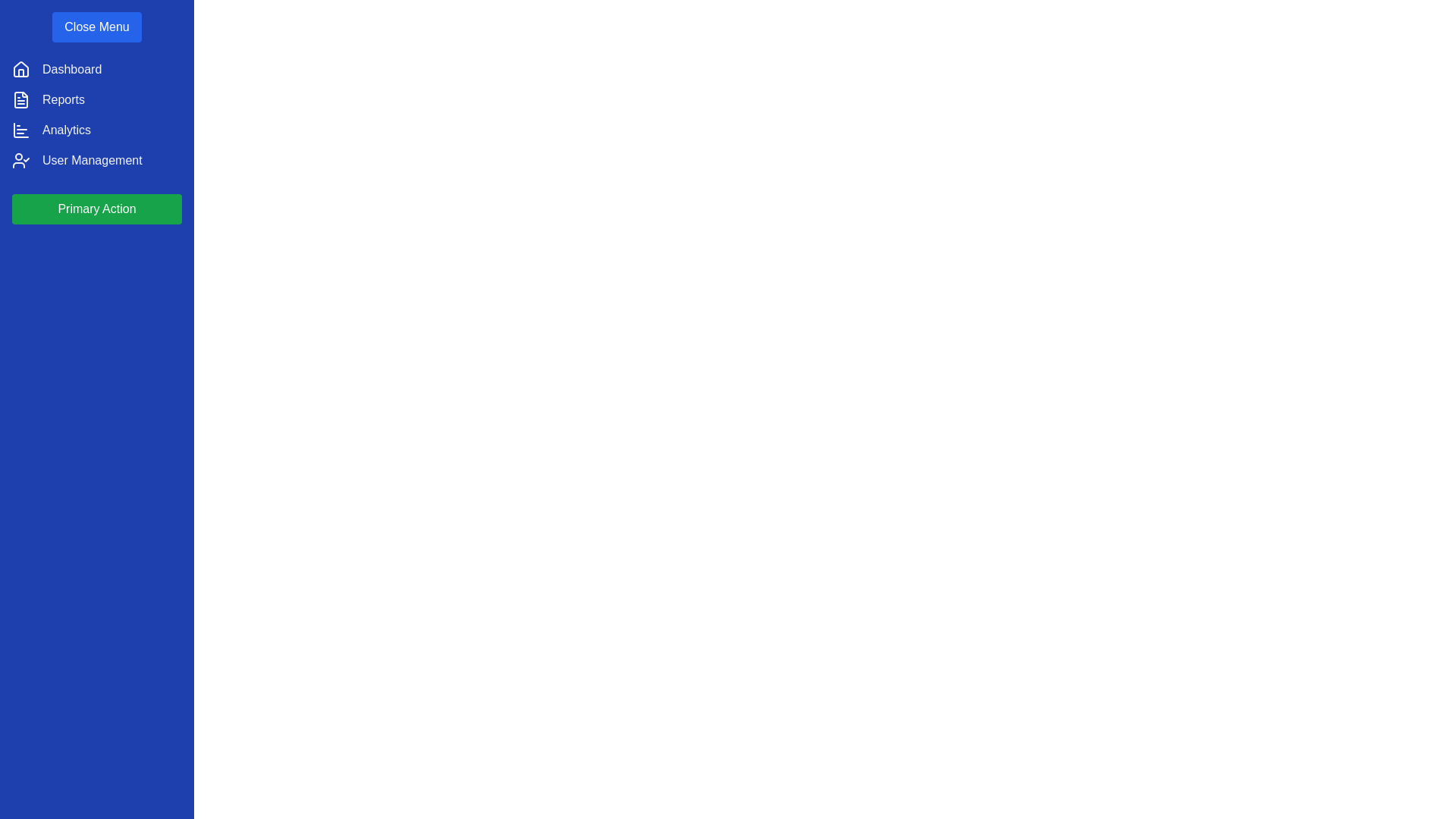 This screenshot has height=819, width=1456. Describe the element at coordinates (96, 209) in the screenshot. I see `the primary action button` at that location.